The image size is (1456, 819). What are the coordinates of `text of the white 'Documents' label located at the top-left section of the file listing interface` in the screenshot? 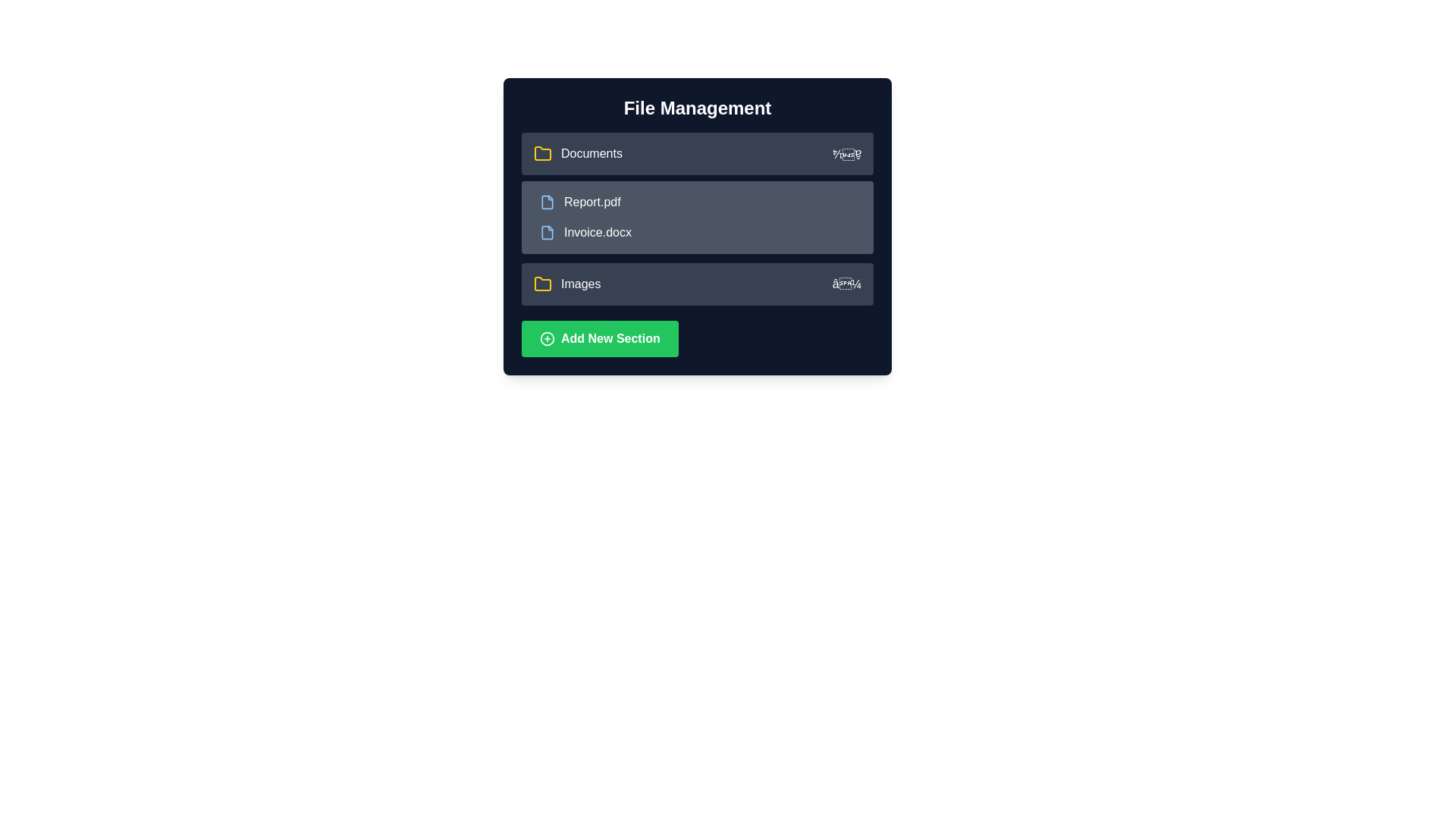 It's located at (591, 154).